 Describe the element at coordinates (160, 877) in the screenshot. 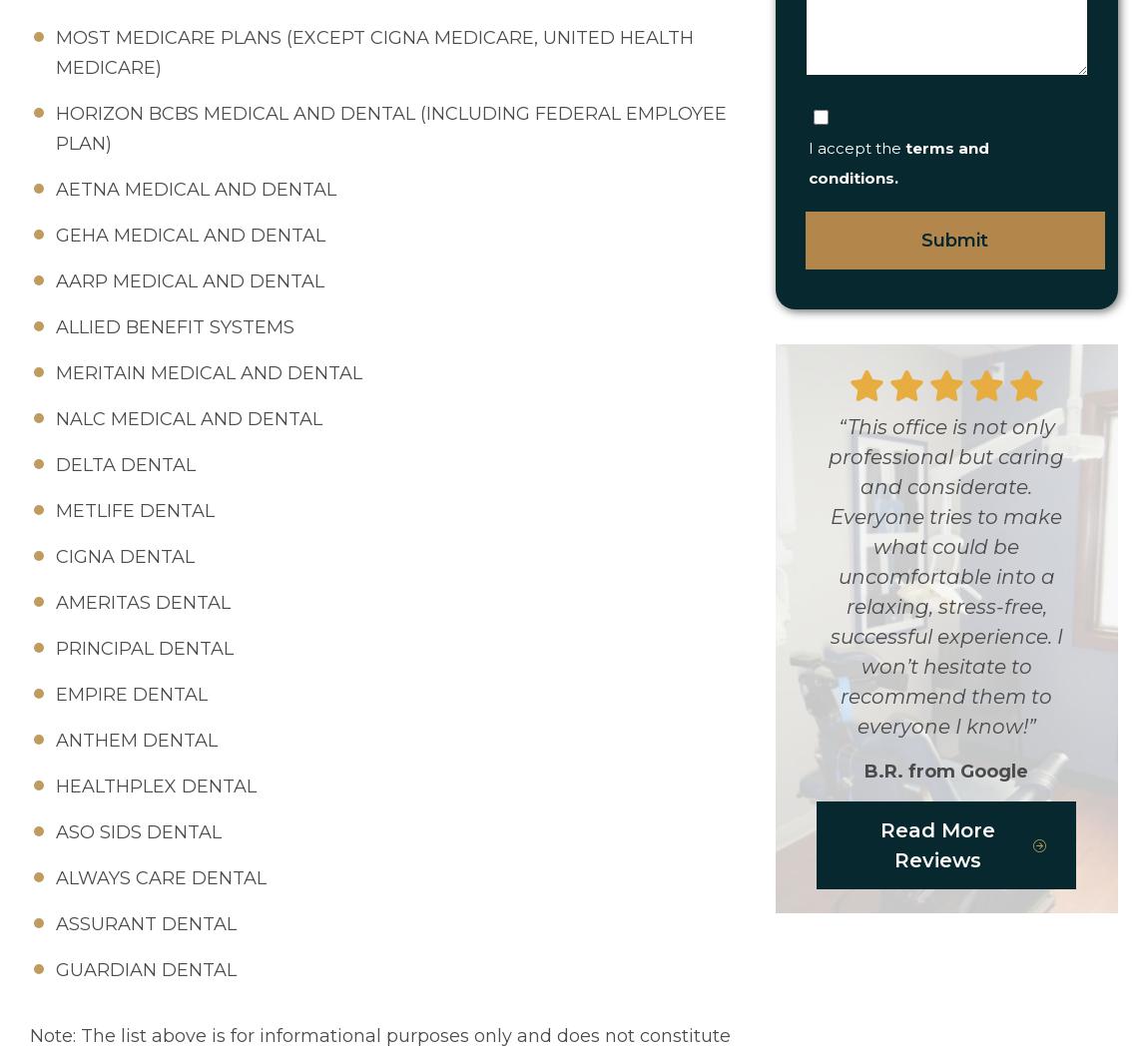

I see `'ALWAYS CARE DENTAL'` at that location.